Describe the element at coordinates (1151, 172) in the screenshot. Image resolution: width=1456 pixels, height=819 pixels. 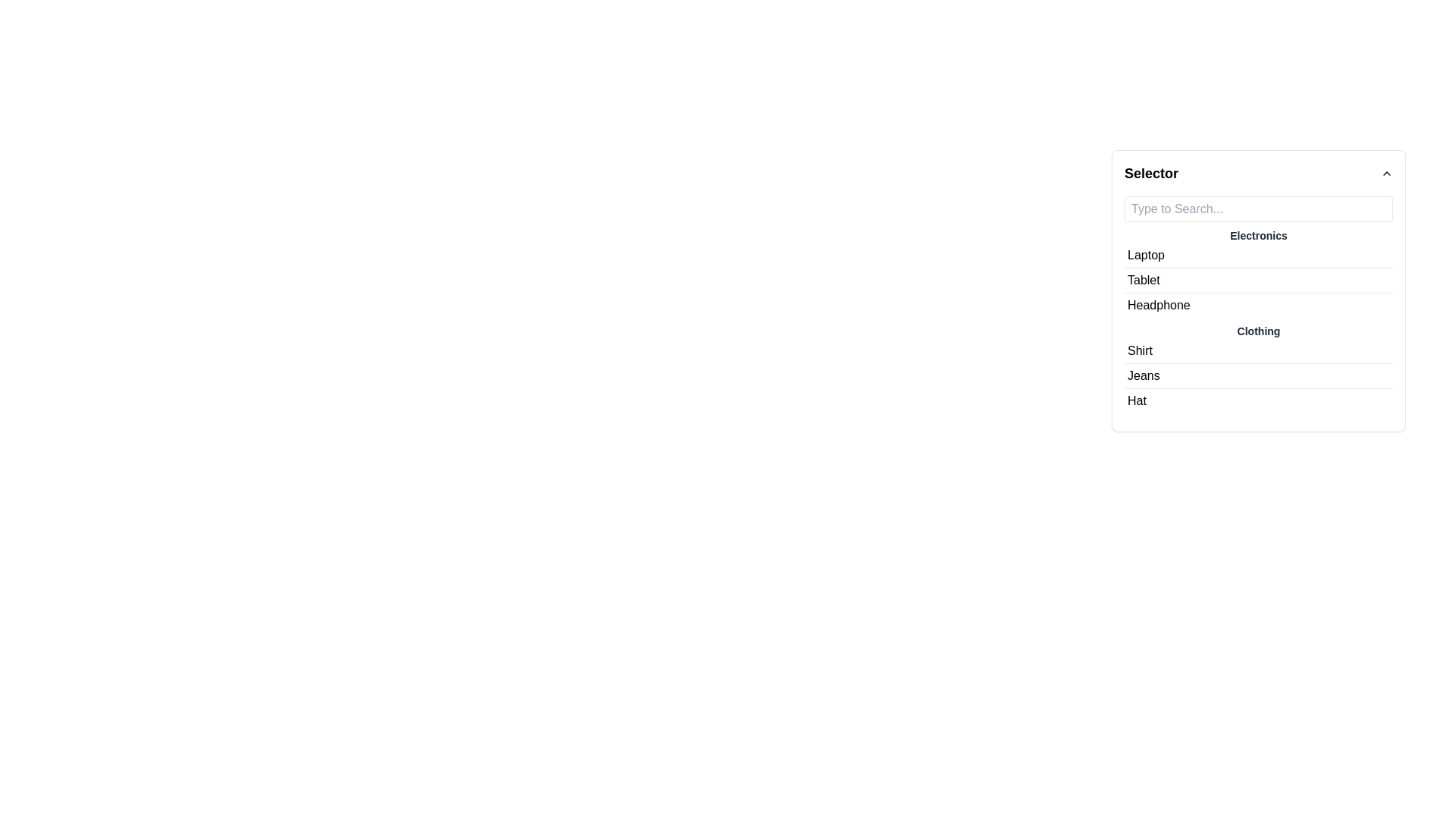
I see `the static text label displaying 'Selector', which is bold and black, located at the top-left side of the dropdown interface` at that location.